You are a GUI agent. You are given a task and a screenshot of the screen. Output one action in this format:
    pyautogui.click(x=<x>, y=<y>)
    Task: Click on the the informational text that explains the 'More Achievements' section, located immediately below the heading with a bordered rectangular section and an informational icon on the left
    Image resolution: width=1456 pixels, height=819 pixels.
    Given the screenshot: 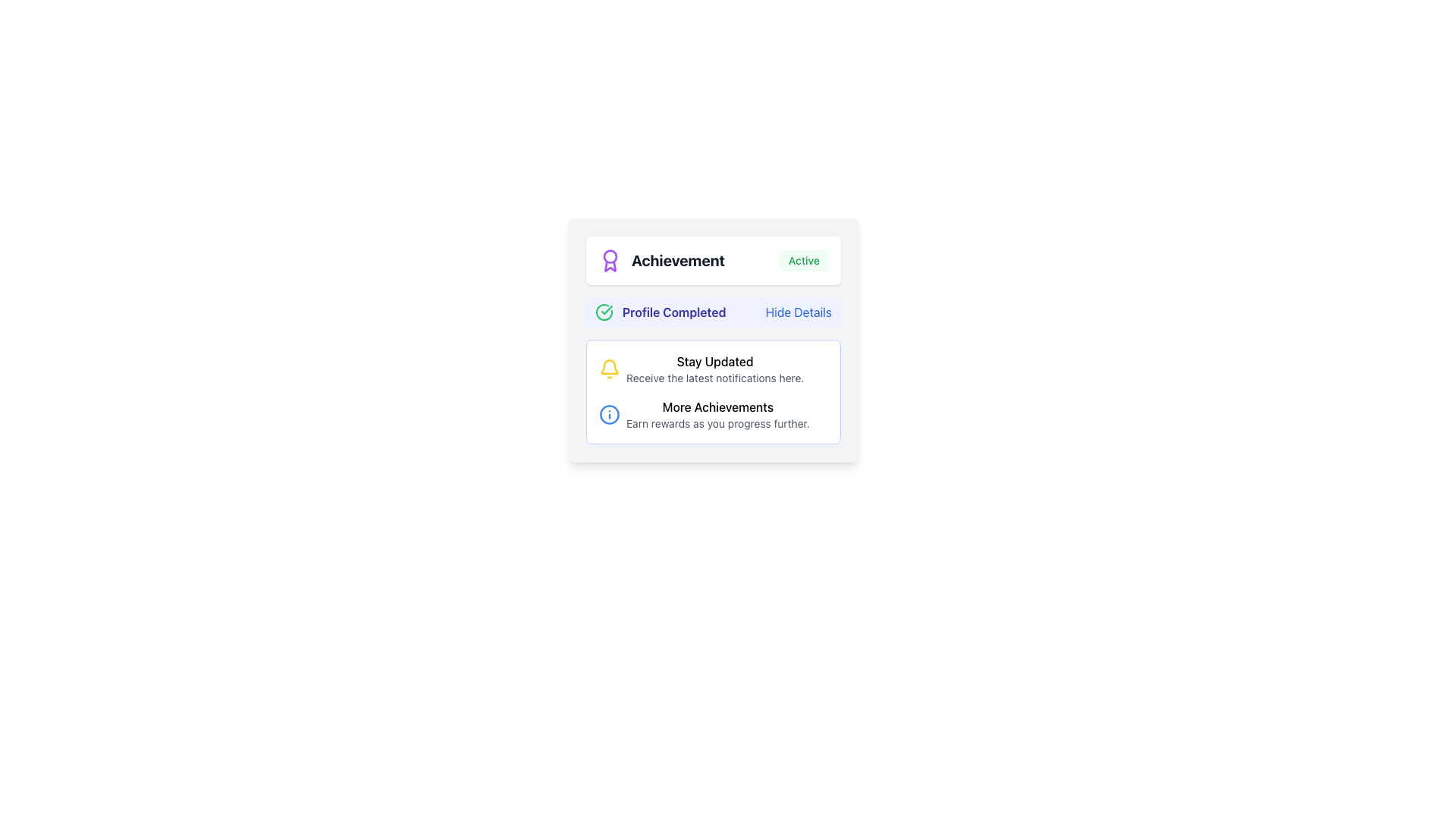 What is the action you would take?
    pyautogui.click(x=717, y=424)
    